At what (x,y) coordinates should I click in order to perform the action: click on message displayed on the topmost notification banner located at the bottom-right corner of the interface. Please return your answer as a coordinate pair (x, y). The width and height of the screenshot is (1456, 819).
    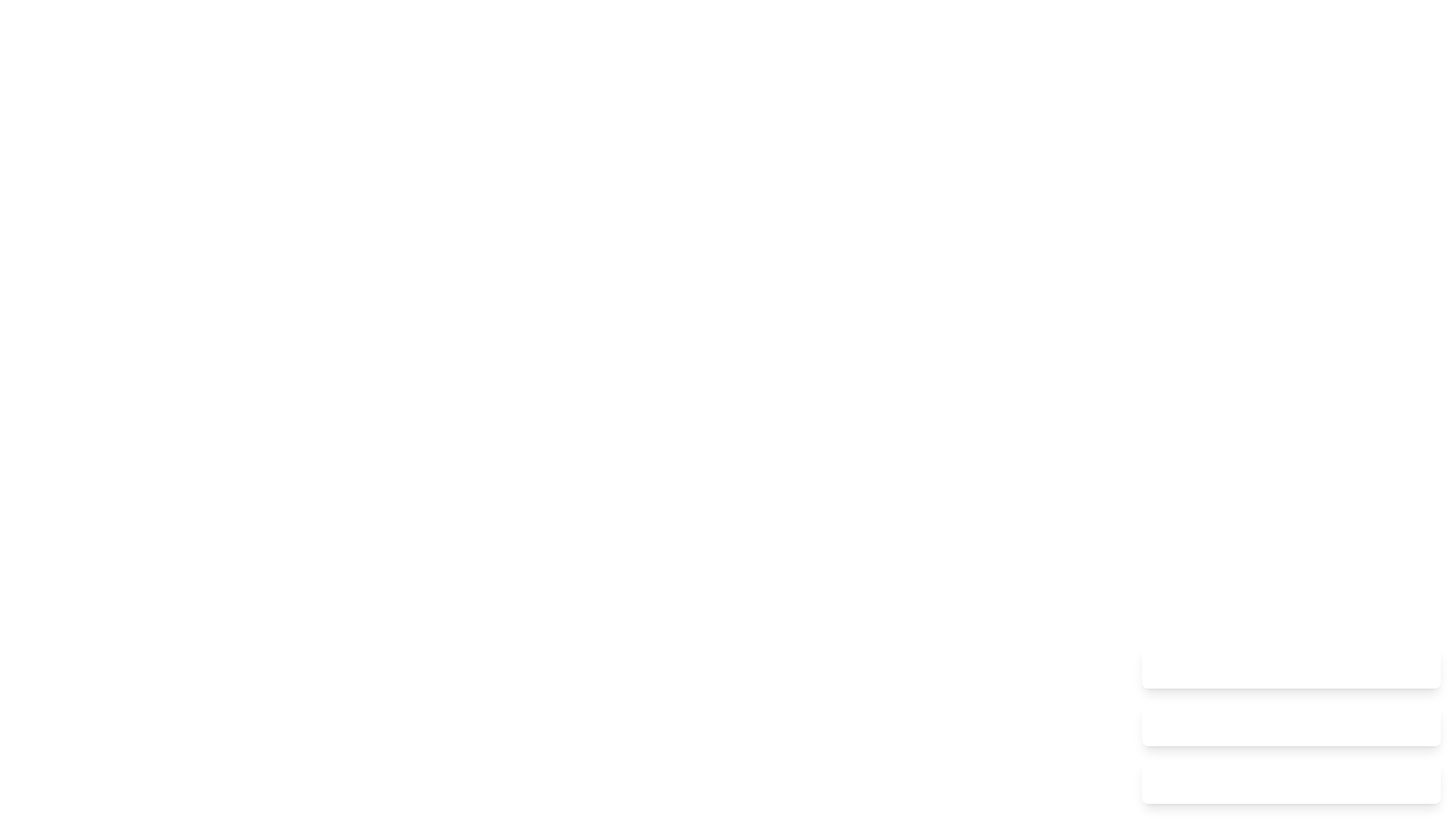
    Looking at the image, I should click on (1290, 666).